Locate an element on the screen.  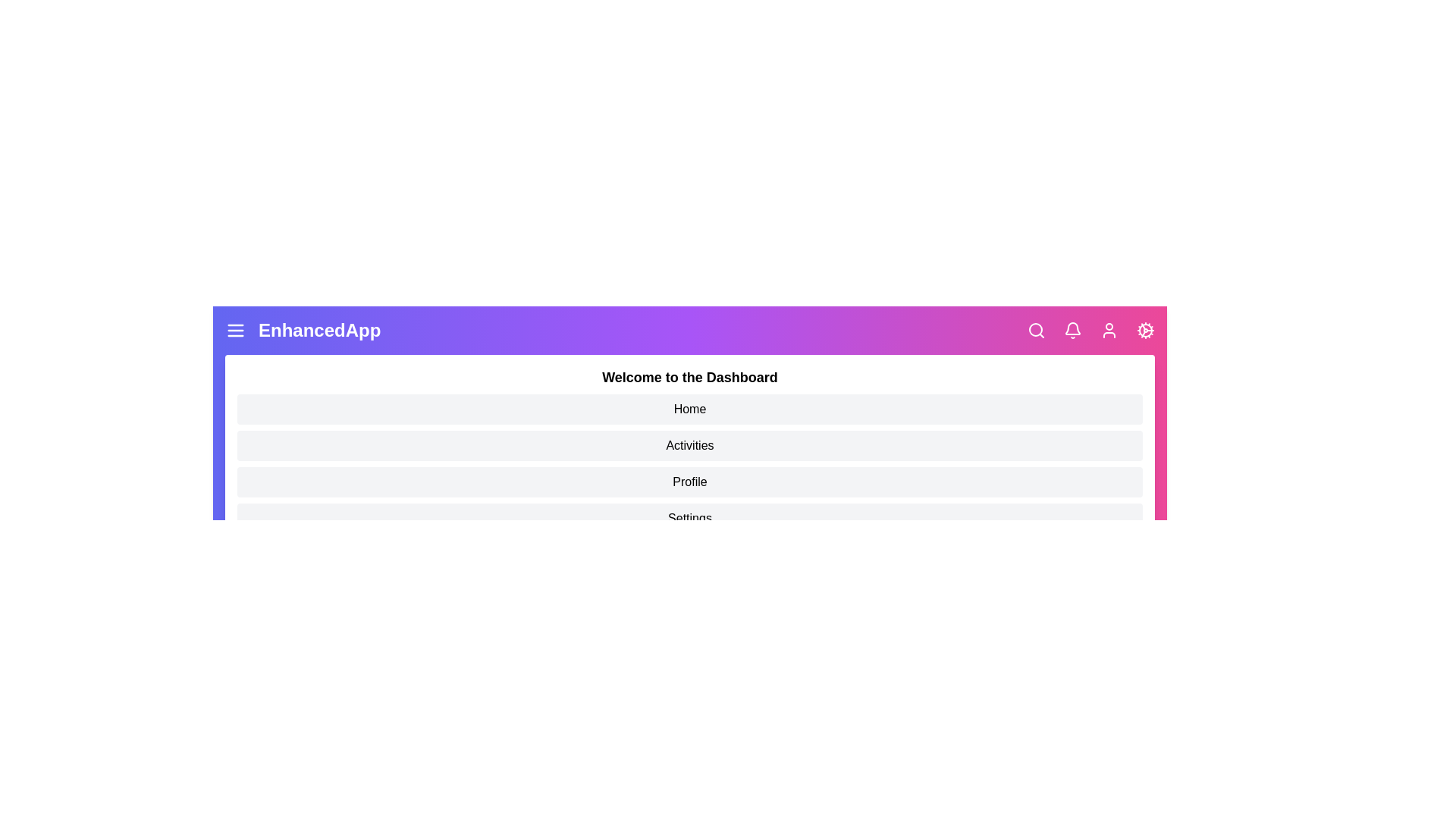
the bell icon to access notifications is located at coordinates (1072, 329).